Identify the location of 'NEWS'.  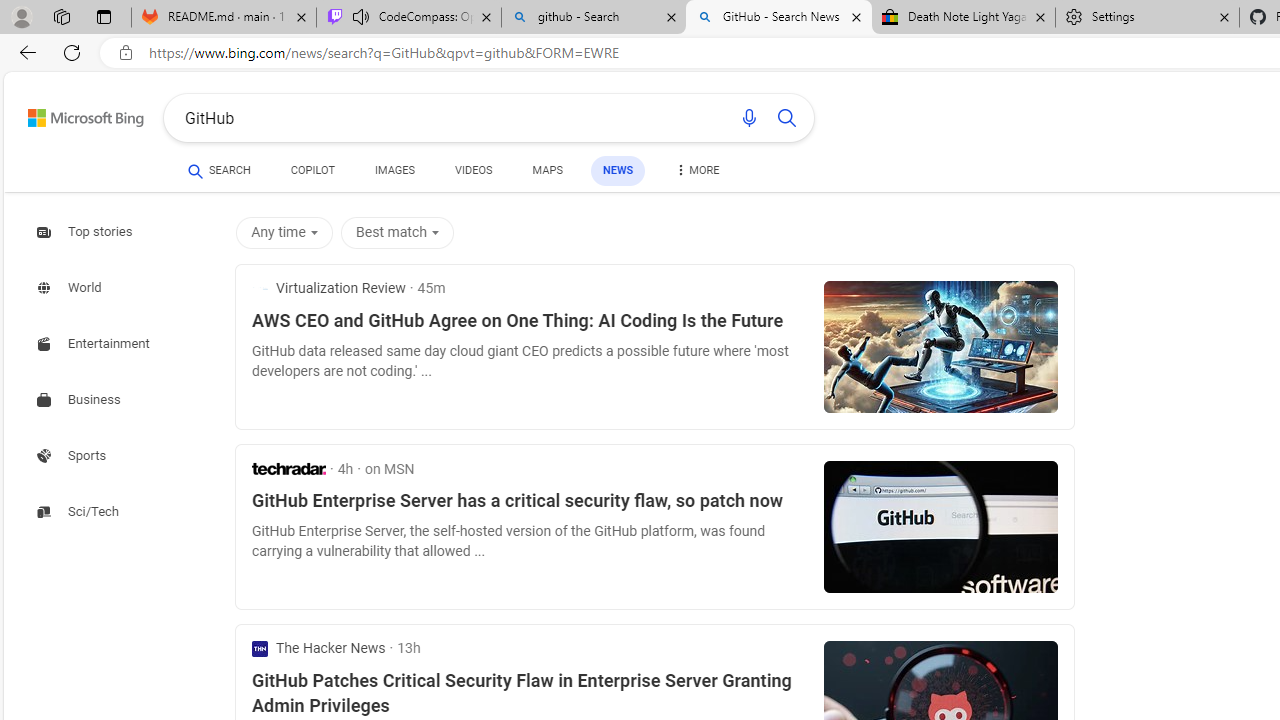
(617, 169).